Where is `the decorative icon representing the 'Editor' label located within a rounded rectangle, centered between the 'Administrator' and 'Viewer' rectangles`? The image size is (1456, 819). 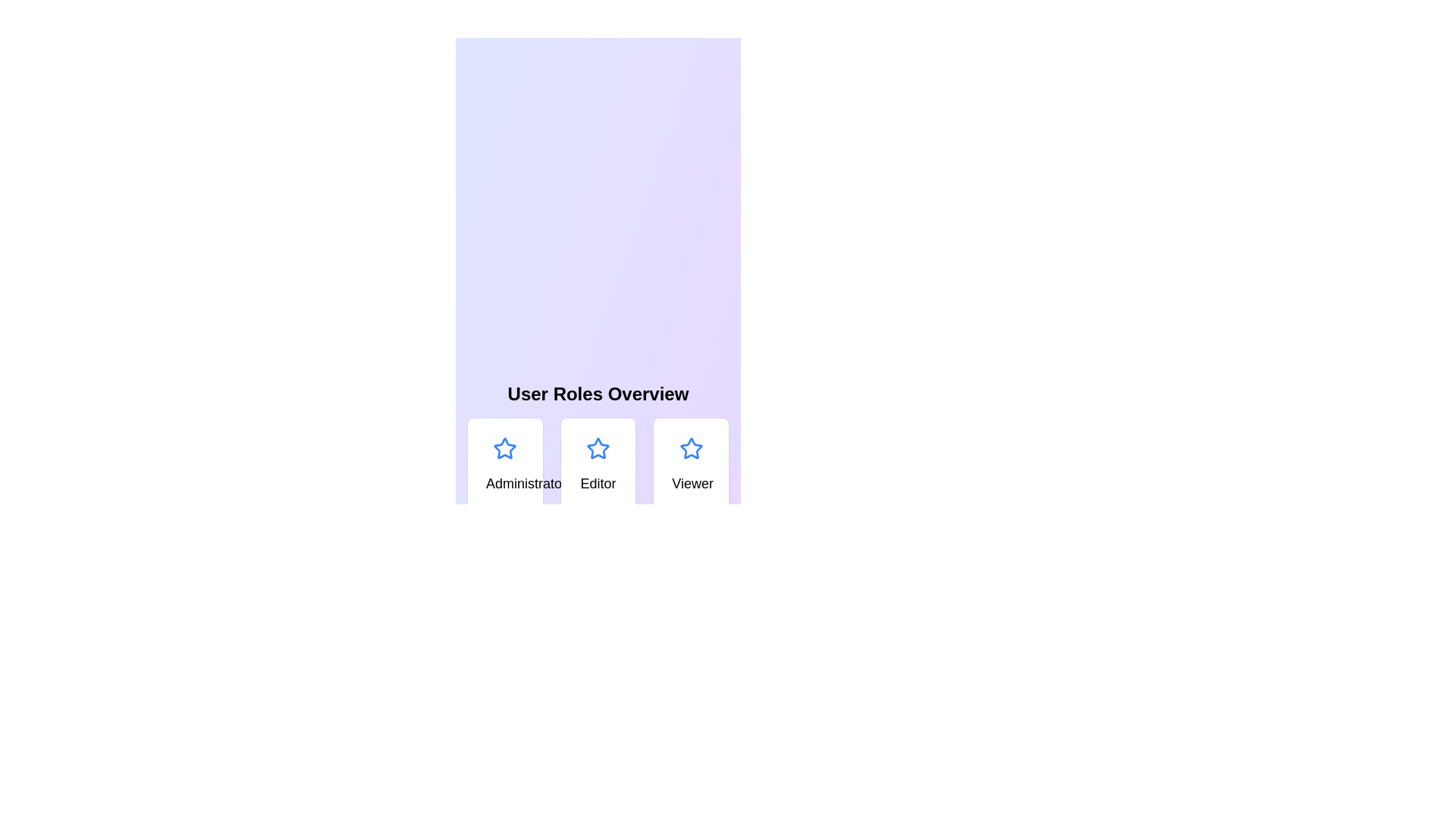 the decorative icon representing the 'Editor' label located within a rounded rectangle, centered between the 'Administrator' and 'Viewer' rectangles is located at coordinates (597, 447).